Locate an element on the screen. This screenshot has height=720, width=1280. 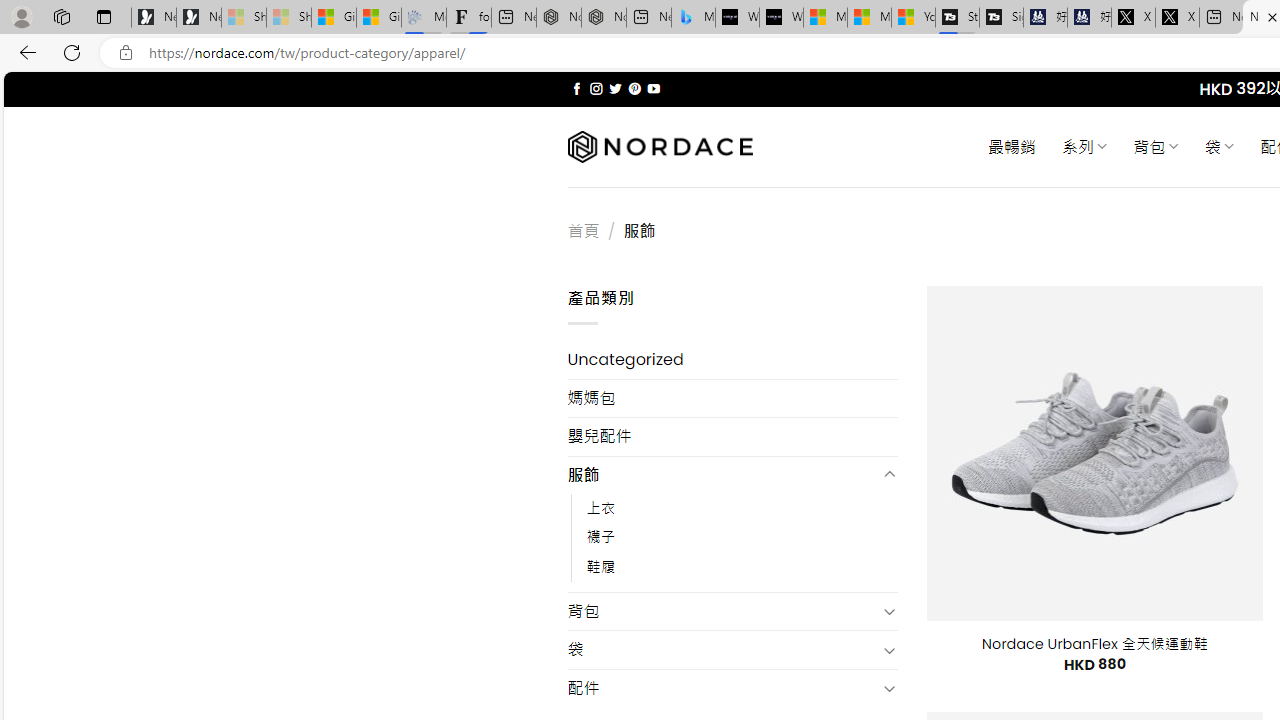
'Follow on Facebook' is located at coordinates (576, 88).